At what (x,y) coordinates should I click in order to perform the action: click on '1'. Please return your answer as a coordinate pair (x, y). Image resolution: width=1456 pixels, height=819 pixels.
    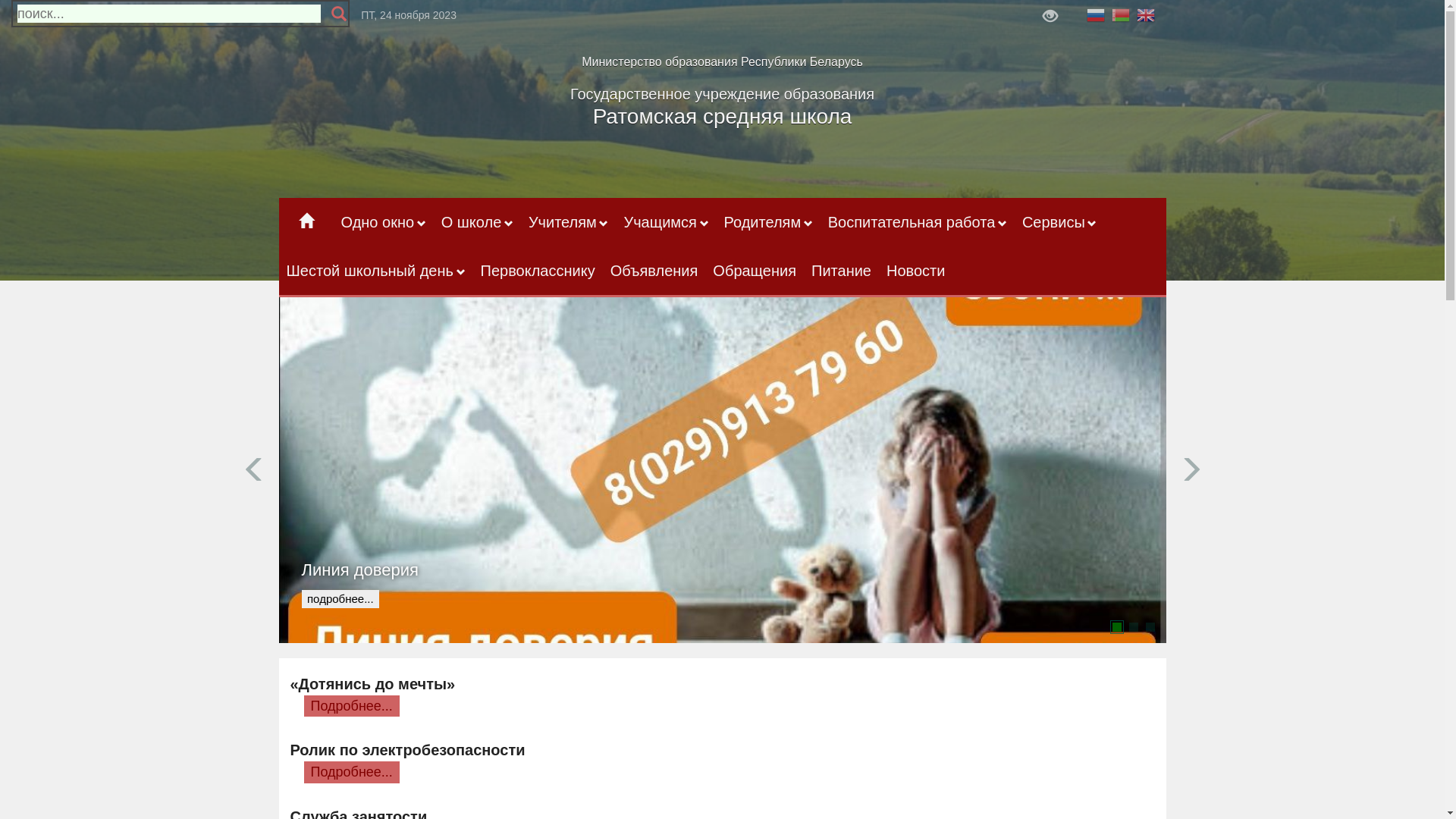
    Looking at the image, I should click on (1111, 626).